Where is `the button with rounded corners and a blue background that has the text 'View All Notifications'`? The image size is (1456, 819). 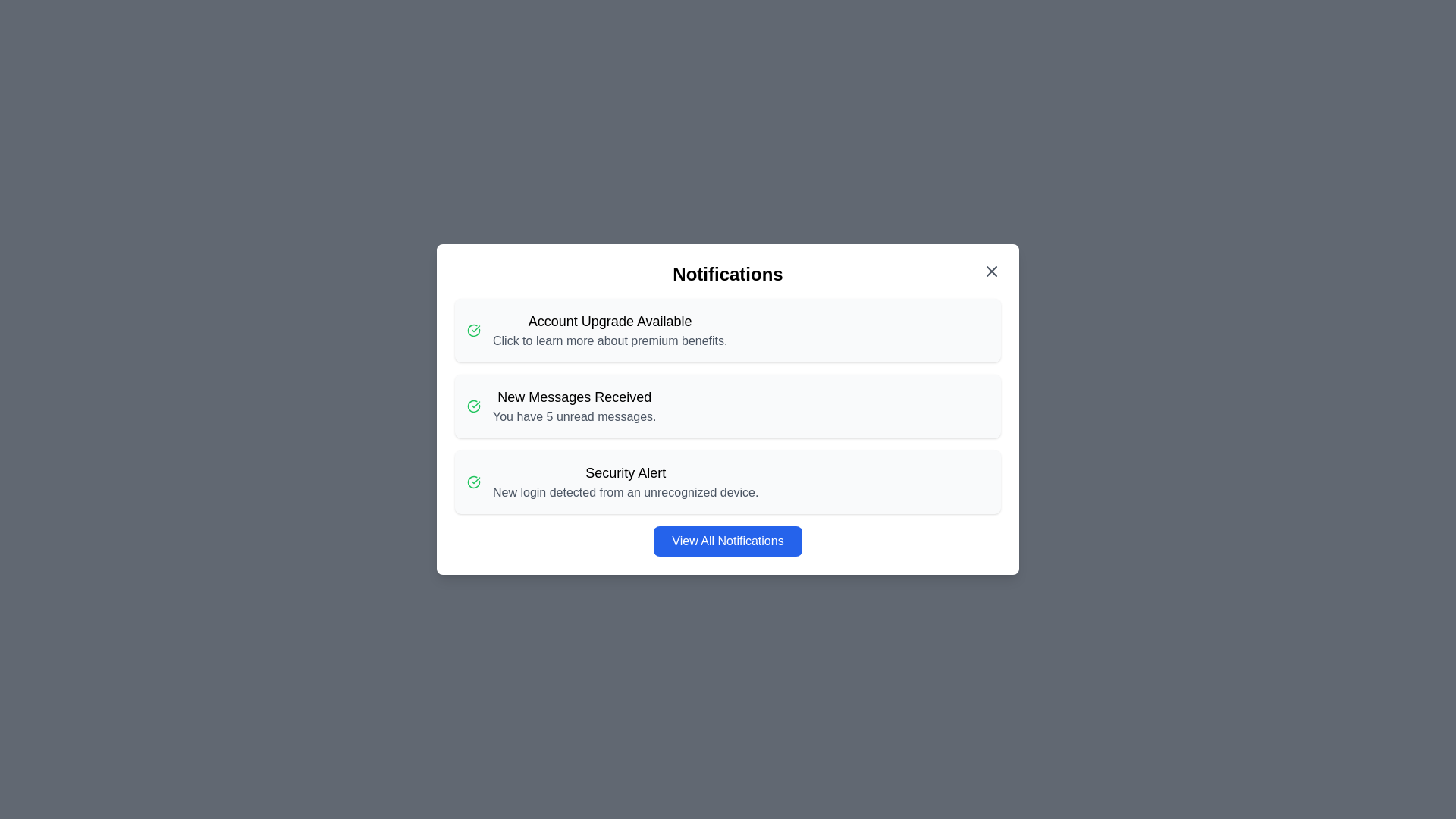 the button with rounded corners and a blue background that has the text 'View All Notifications' is located at coordinates (728, 534).